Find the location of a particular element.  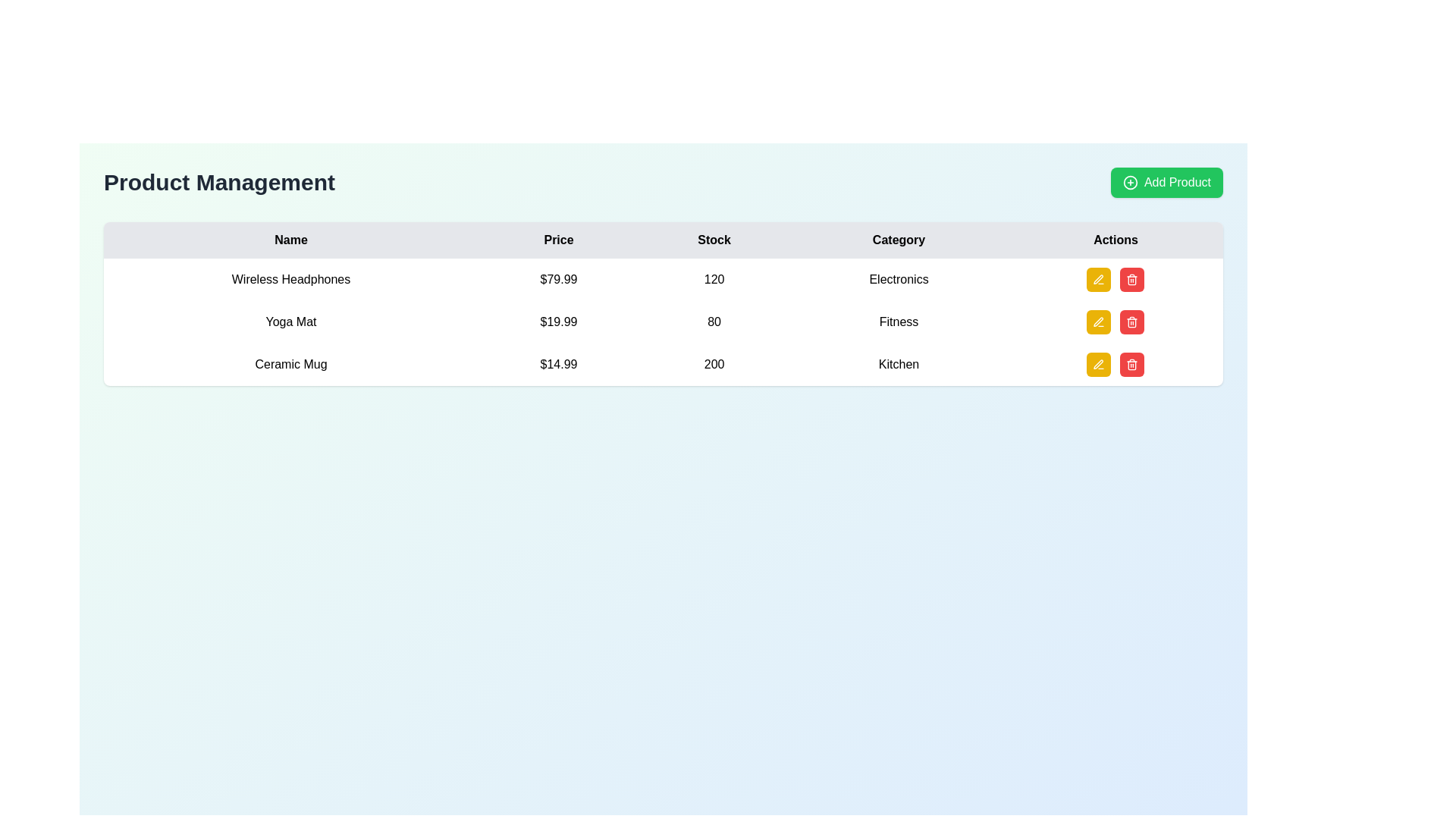

the text label that describes the product name in the third row of the leftmost column under the 'Name' header is located at coordinates (291, 365).